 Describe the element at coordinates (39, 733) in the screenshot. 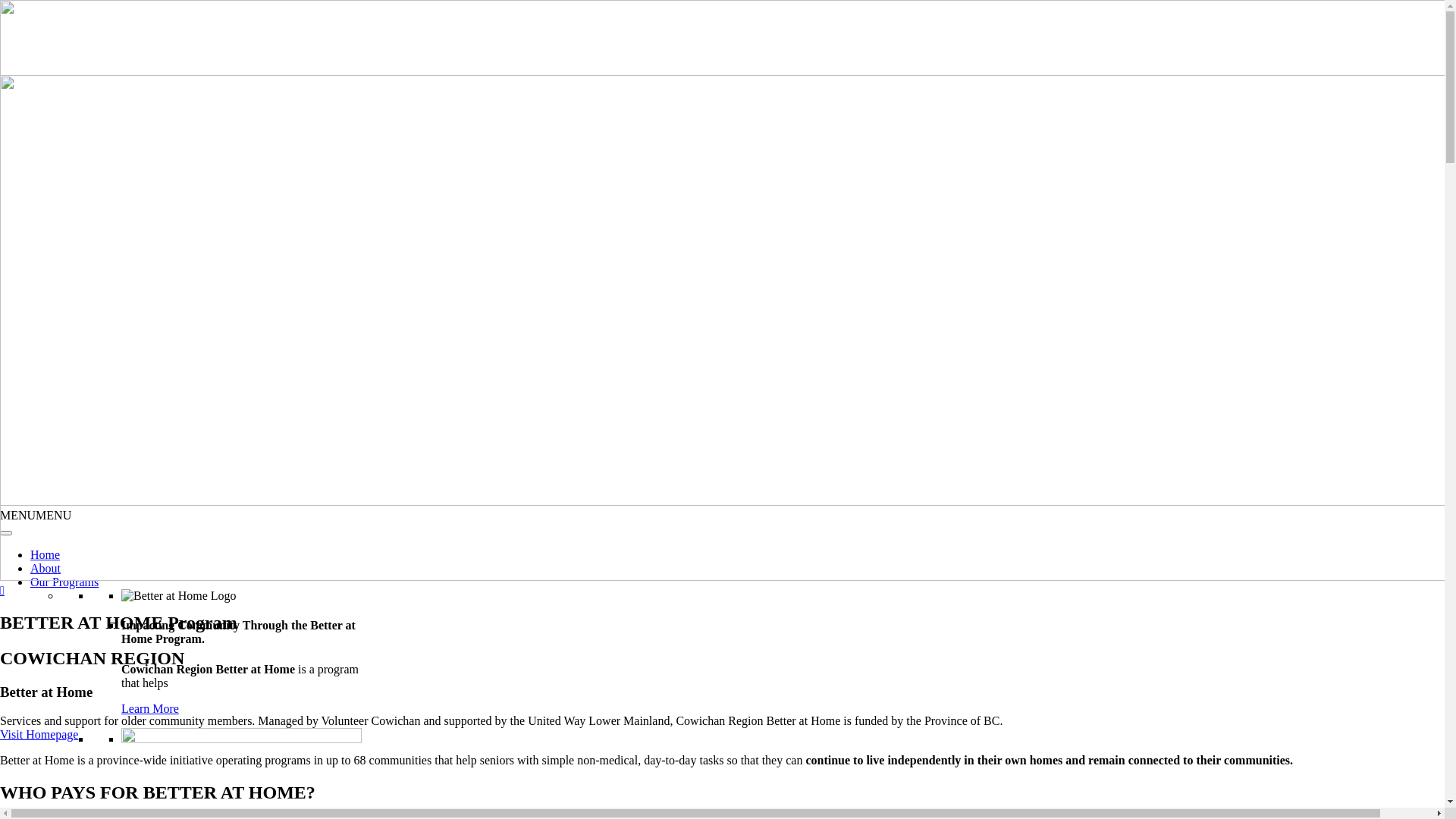

I see `'Visit Homepage'` at that location.